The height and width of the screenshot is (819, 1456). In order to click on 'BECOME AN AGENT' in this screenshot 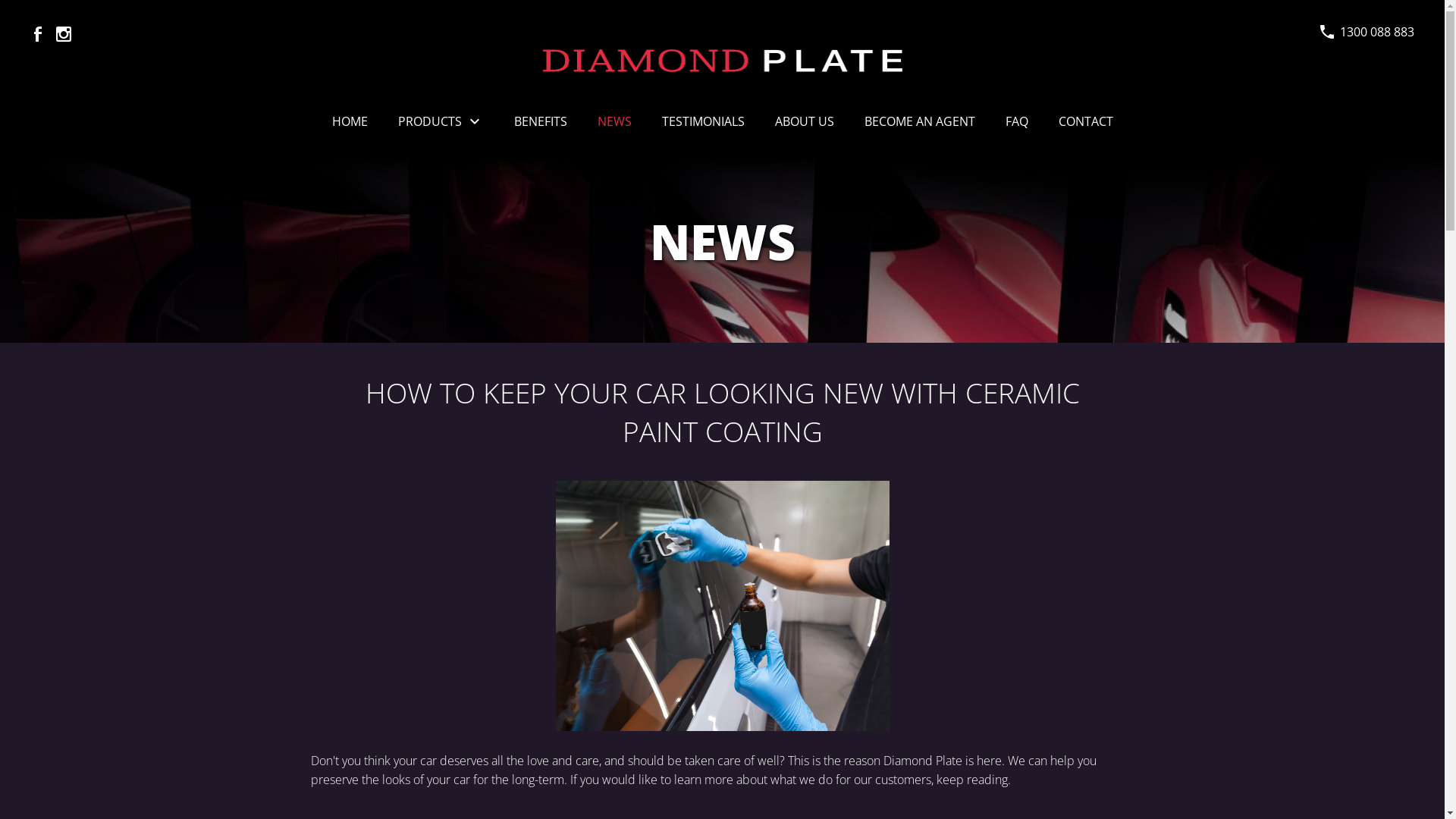, I will do `click(919, 120)`.